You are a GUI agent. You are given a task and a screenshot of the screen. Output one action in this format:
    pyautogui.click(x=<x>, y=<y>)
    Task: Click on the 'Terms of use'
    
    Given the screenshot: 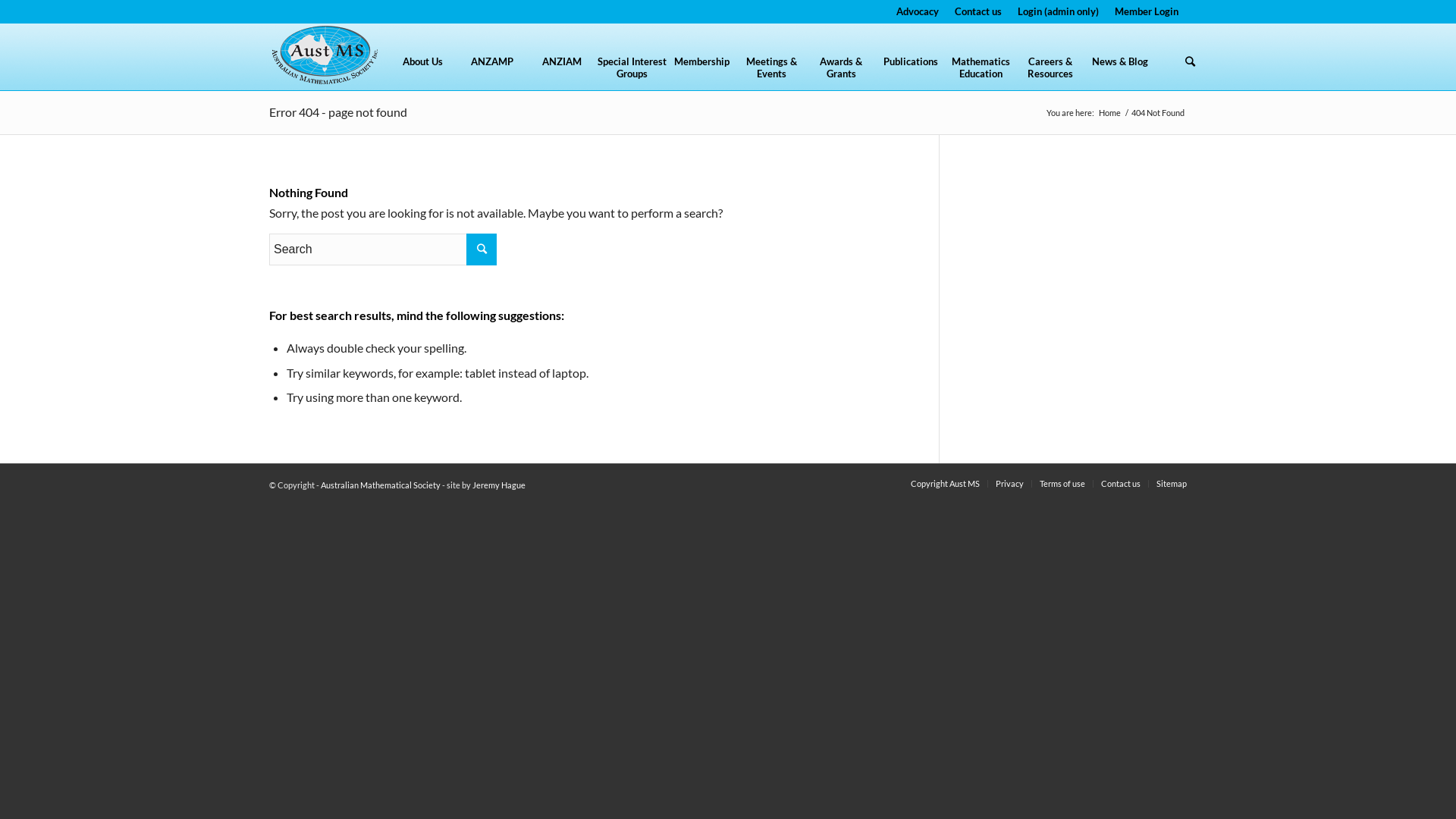 What is the action you would take?
    pyautogui.click(x=1062, y=483)
    